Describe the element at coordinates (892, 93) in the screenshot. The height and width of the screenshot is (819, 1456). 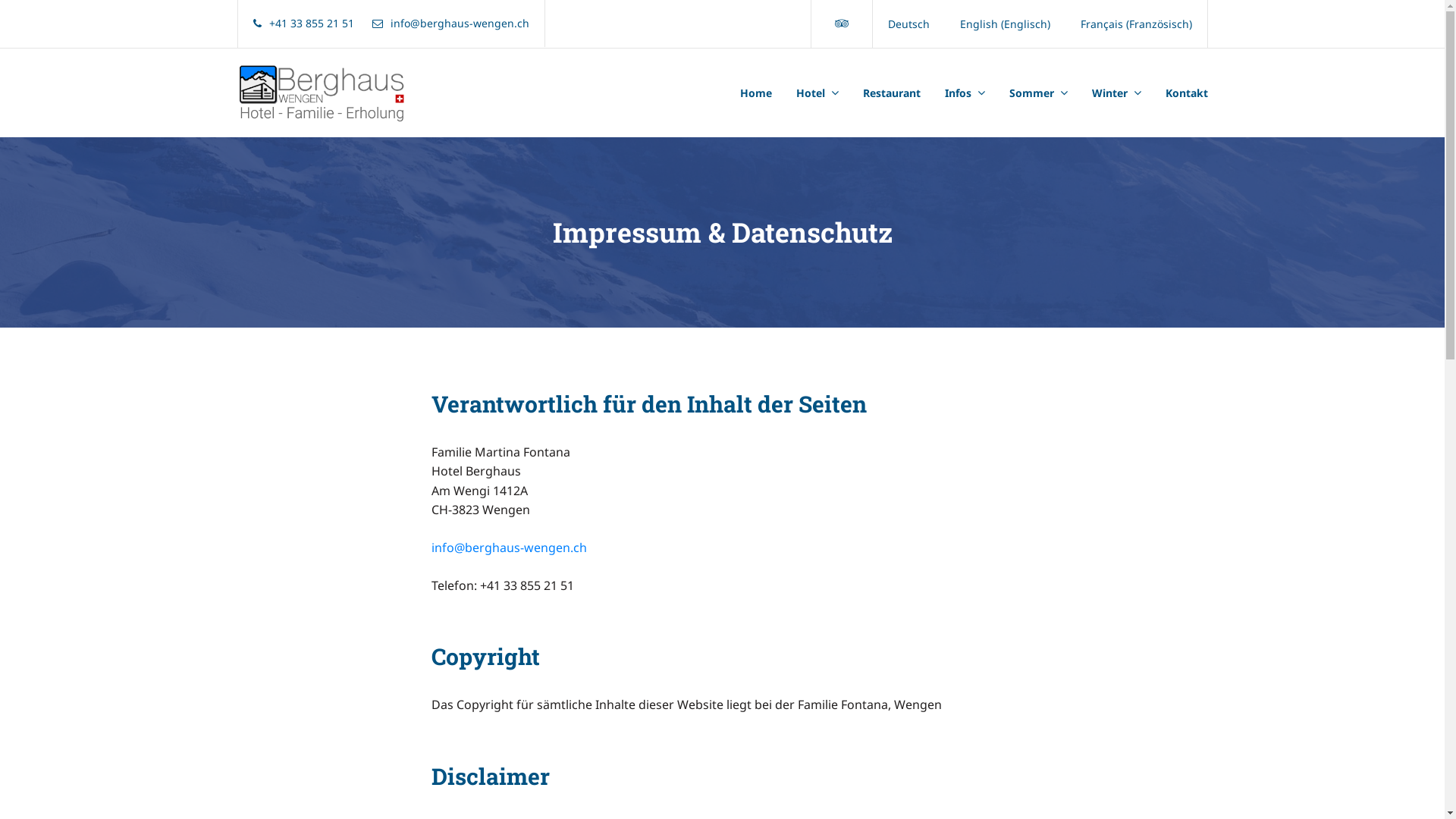
I see `'Restaurant'` at that location.